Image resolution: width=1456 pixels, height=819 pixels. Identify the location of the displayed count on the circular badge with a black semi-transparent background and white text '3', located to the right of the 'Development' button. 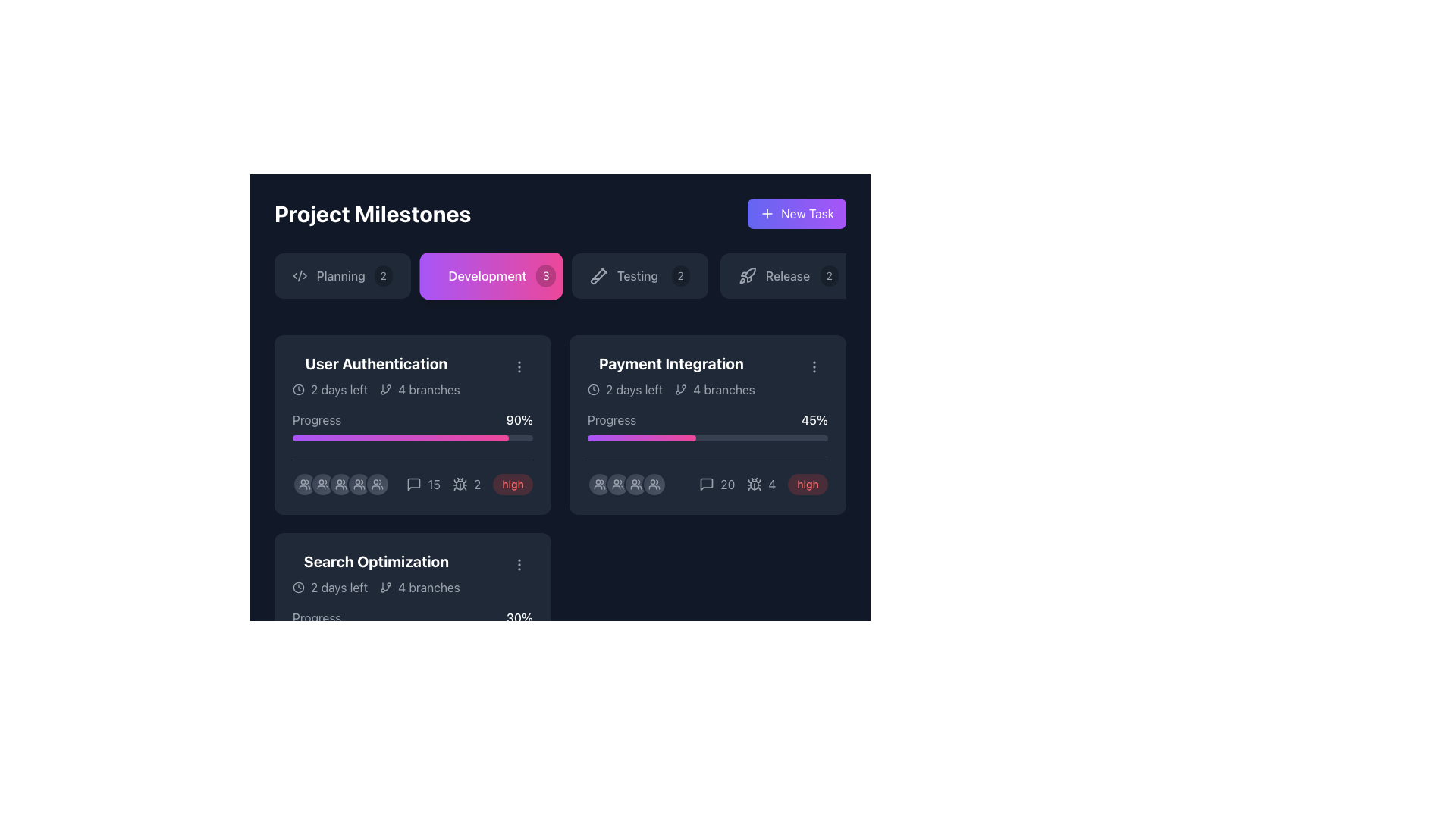
(546, 275).